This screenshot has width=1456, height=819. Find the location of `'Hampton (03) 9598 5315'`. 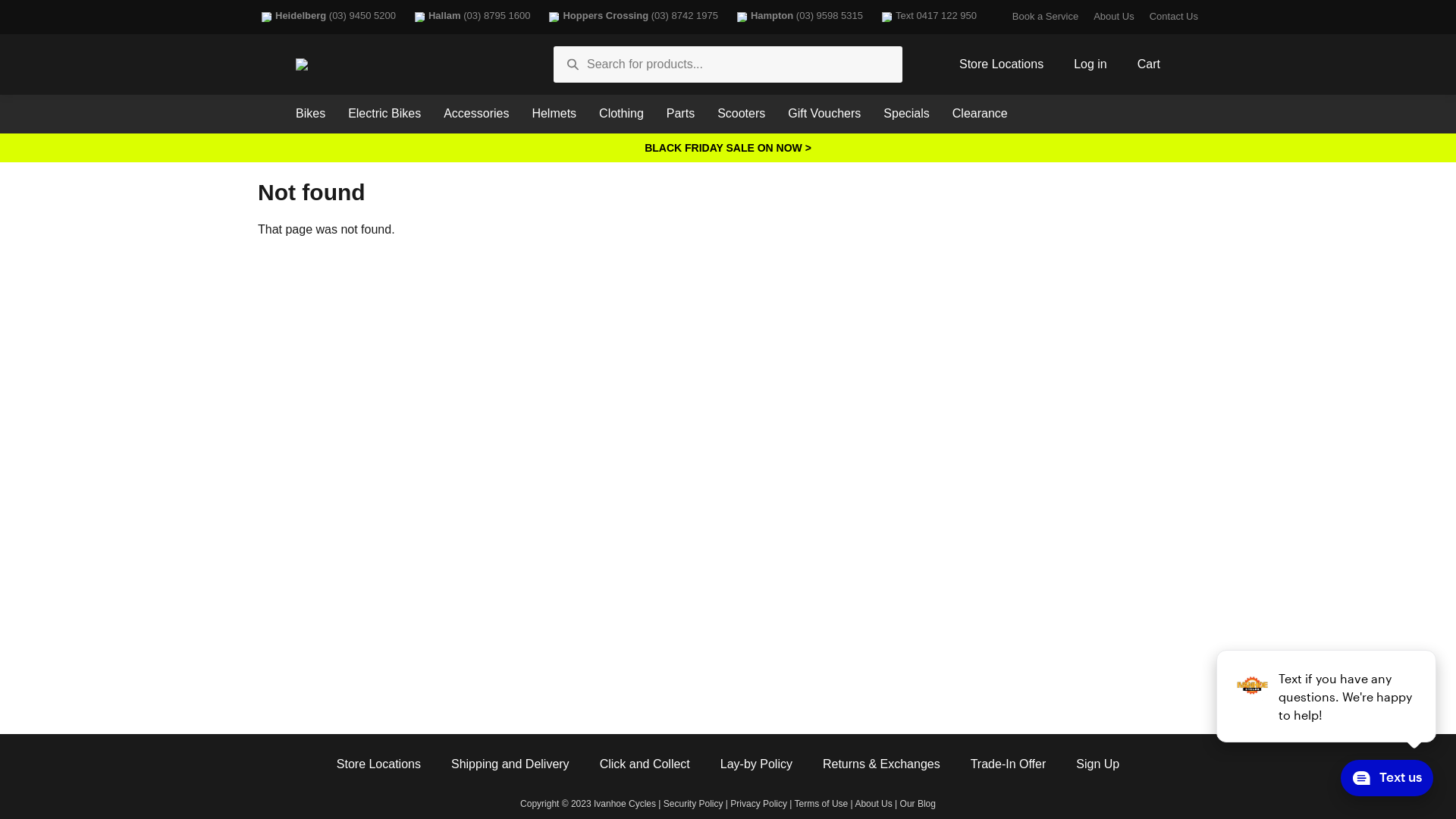

'Hampton (03) 9598 5315' is located at coordinates (797, 17).